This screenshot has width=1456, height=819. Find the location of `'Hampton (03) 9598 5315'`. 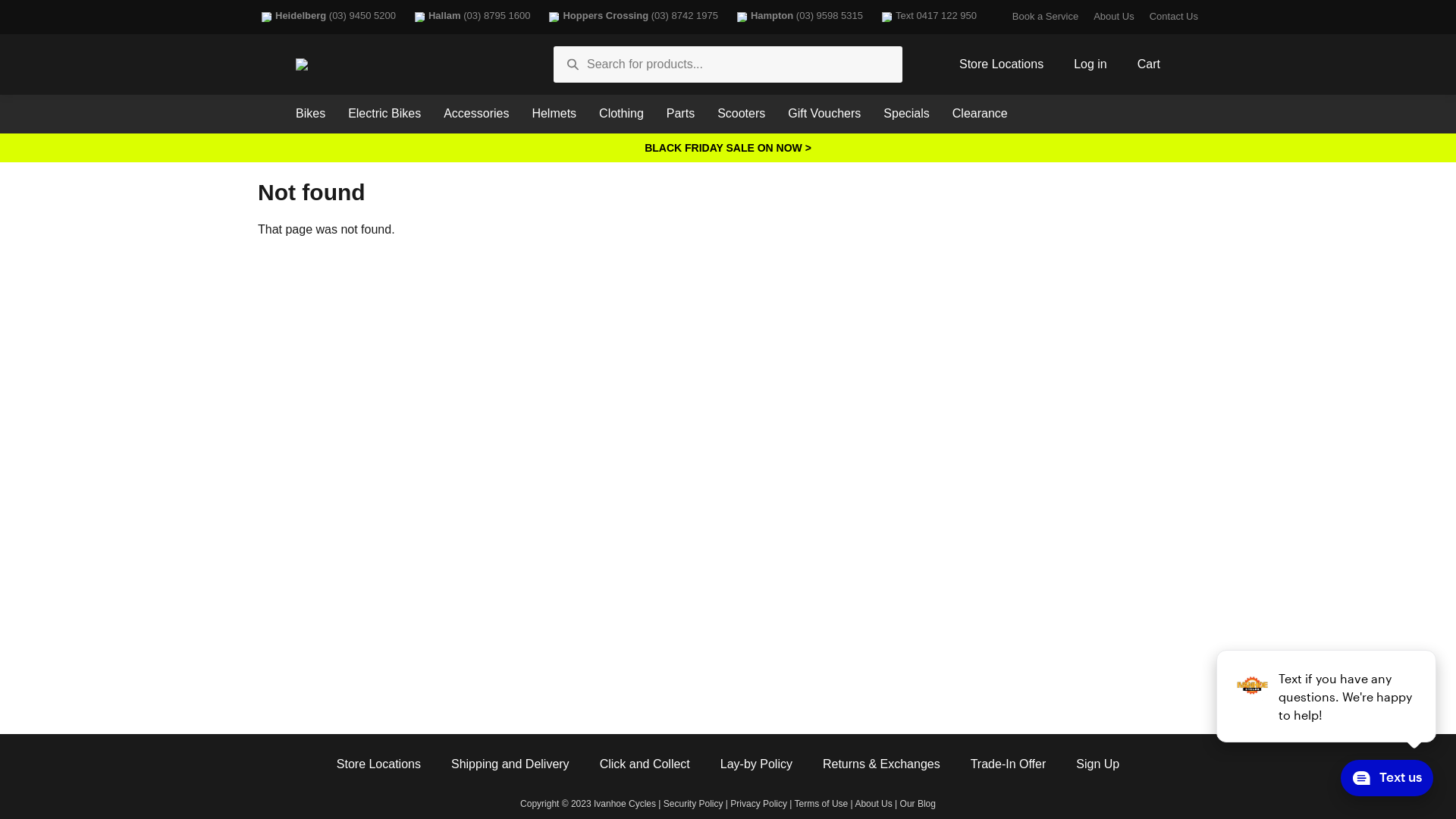

'Hampton (03) 9598 5315' is located at coordinates (797, 17).